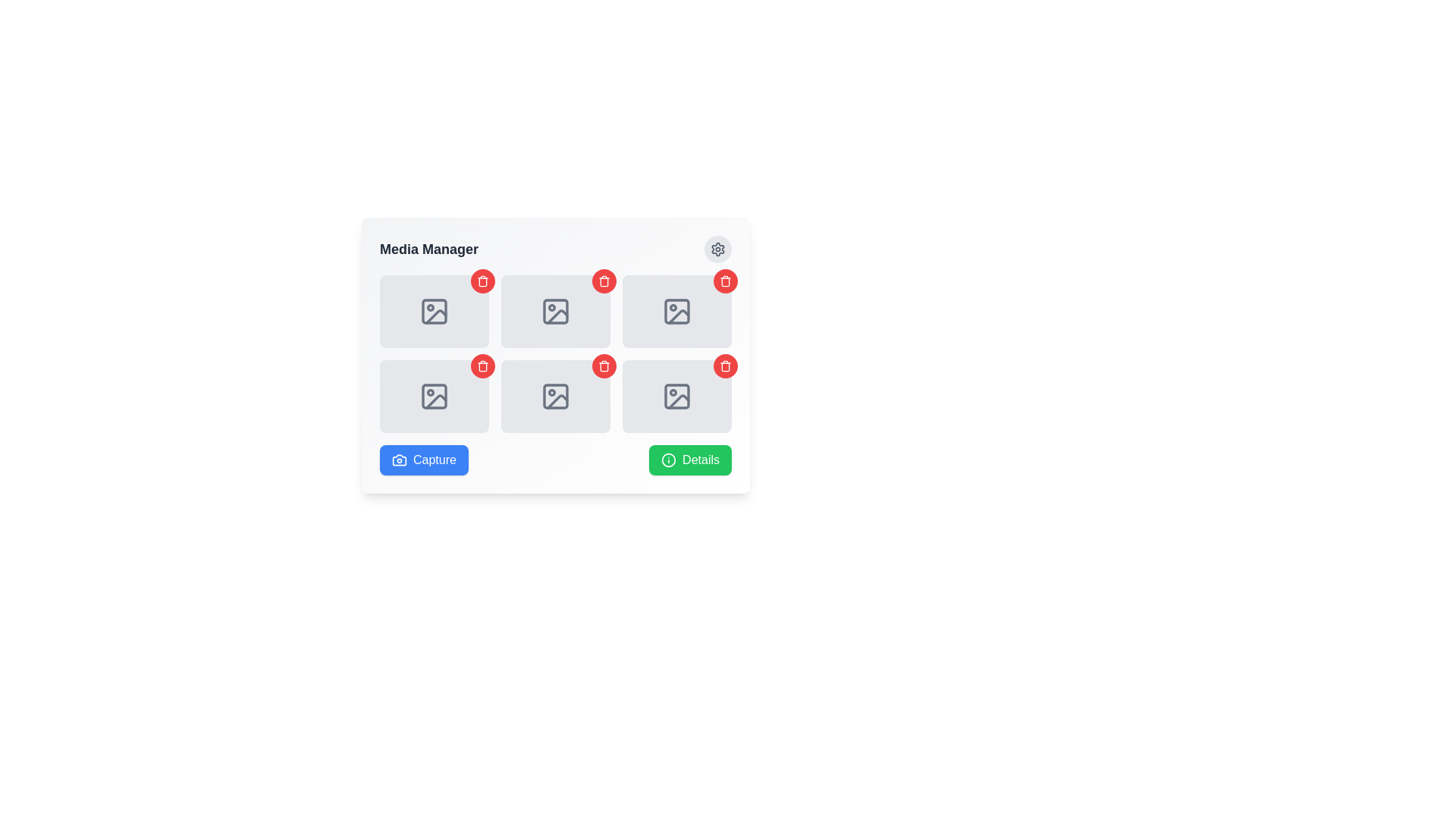 This screenshot has width=1456, height=819. I want to click on the red circular button with a white trash can icon located at the top-right corner of the second image placeholder in the Media Manager interface, so click(724, 281).